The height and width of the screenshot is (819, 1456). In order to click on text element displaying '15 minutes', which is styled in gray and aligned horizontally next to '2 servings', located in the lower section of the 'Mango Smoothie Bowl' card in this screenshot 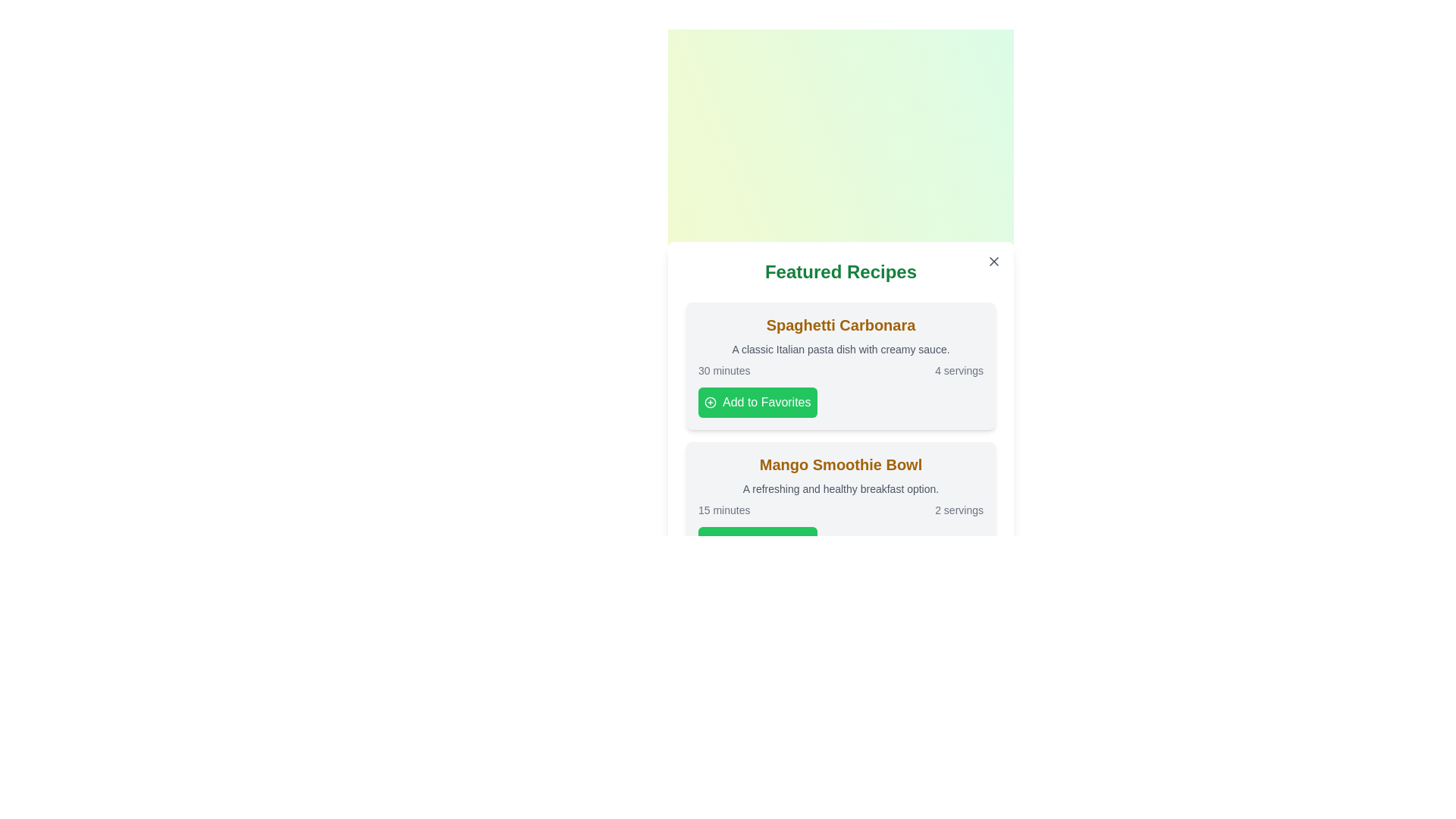, I will do `click(723, 510)`.